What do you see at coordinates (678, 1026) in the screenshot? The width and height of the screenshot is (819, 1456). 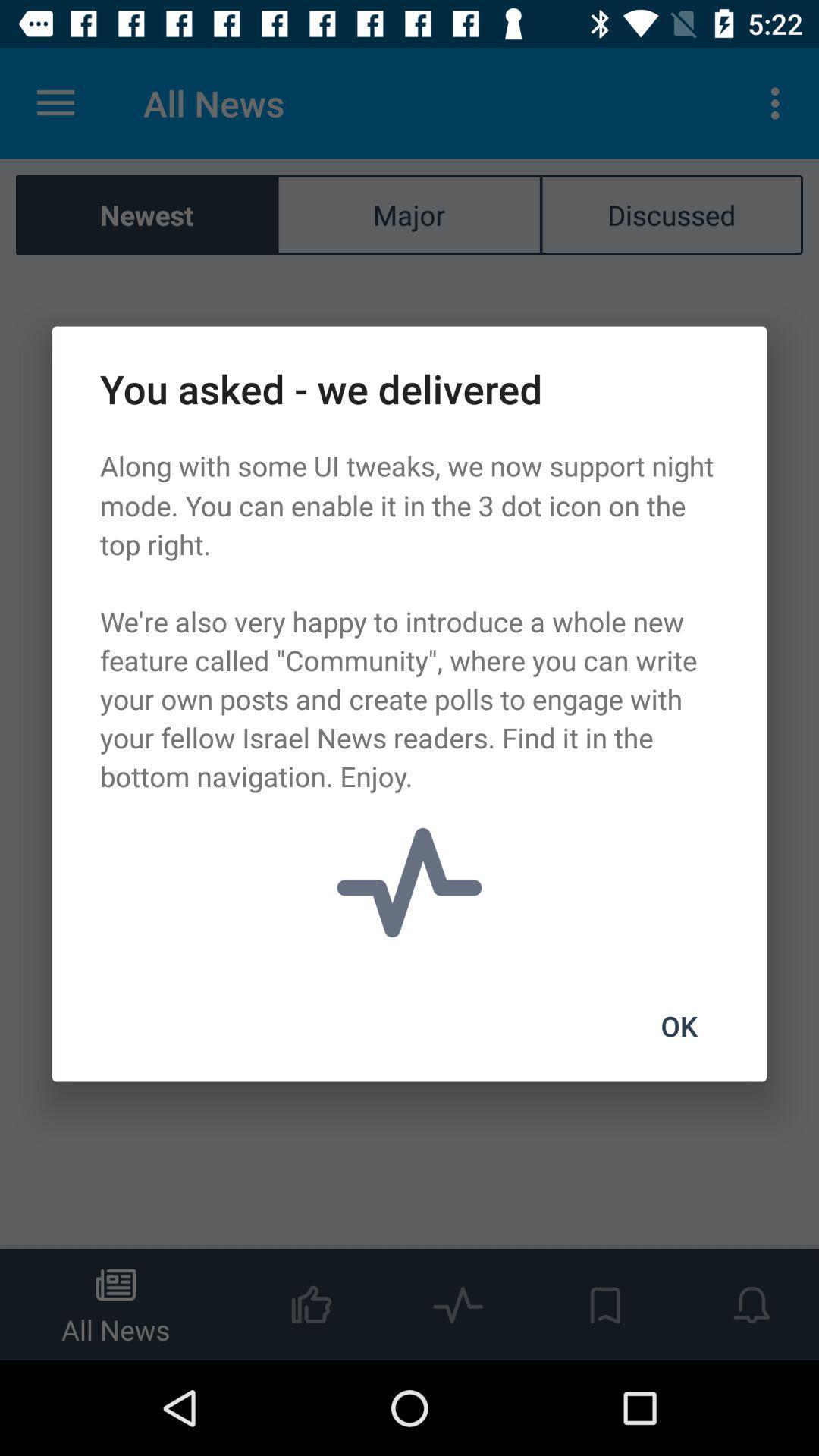 I see `the icon below the along with some` at bounding box center [678, 1026].